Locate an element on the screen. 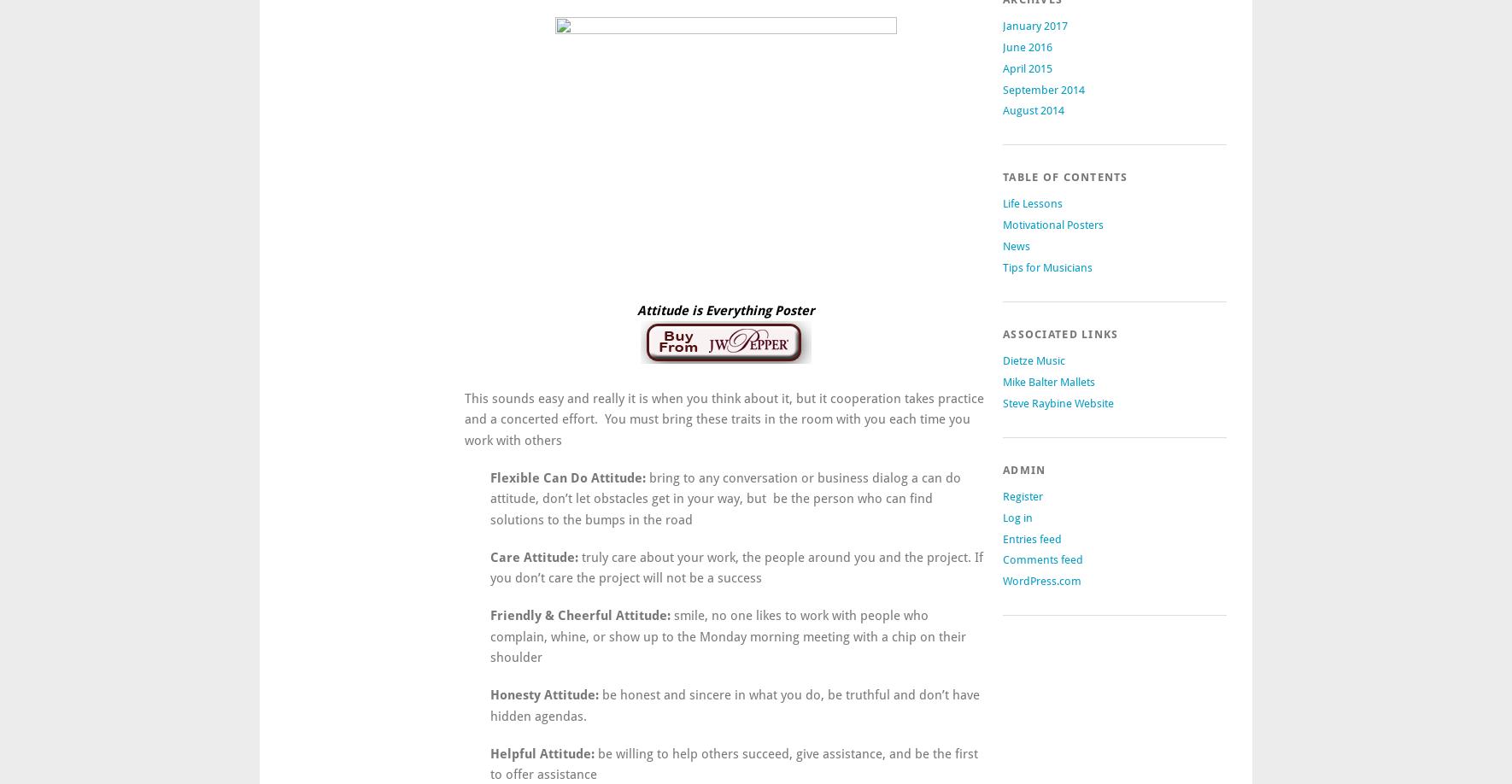 This screenshot has width=1512, height=784. 'be willing to help others succeed, give assistance, and be the first to offer assistance' is located at coordinates (733, 763).